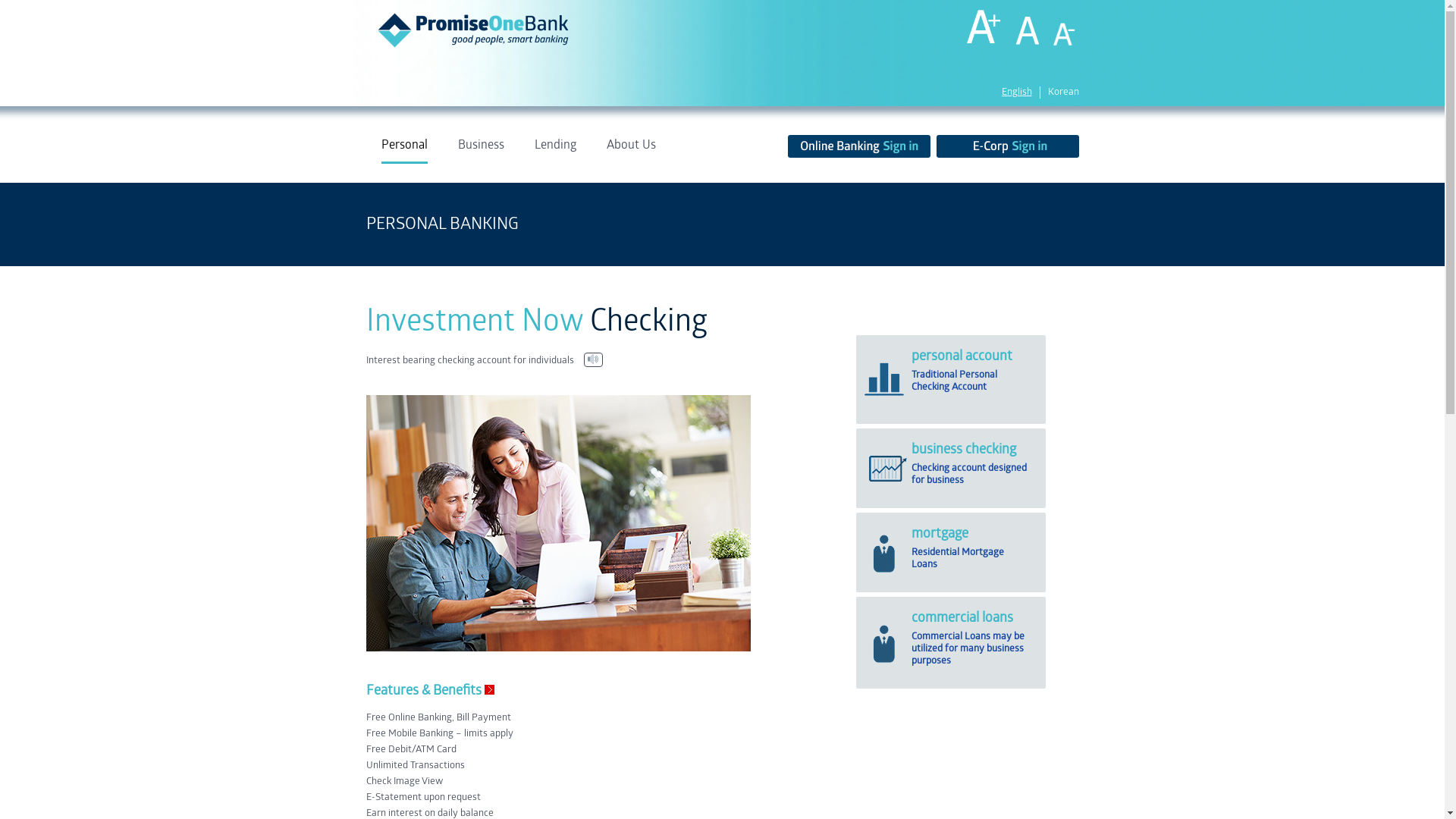 The height and width of the screenshot is (819, 1456). Describe the element at coordinates (961, 617) in the screenshot. I see `'commercial loans'` at that location.